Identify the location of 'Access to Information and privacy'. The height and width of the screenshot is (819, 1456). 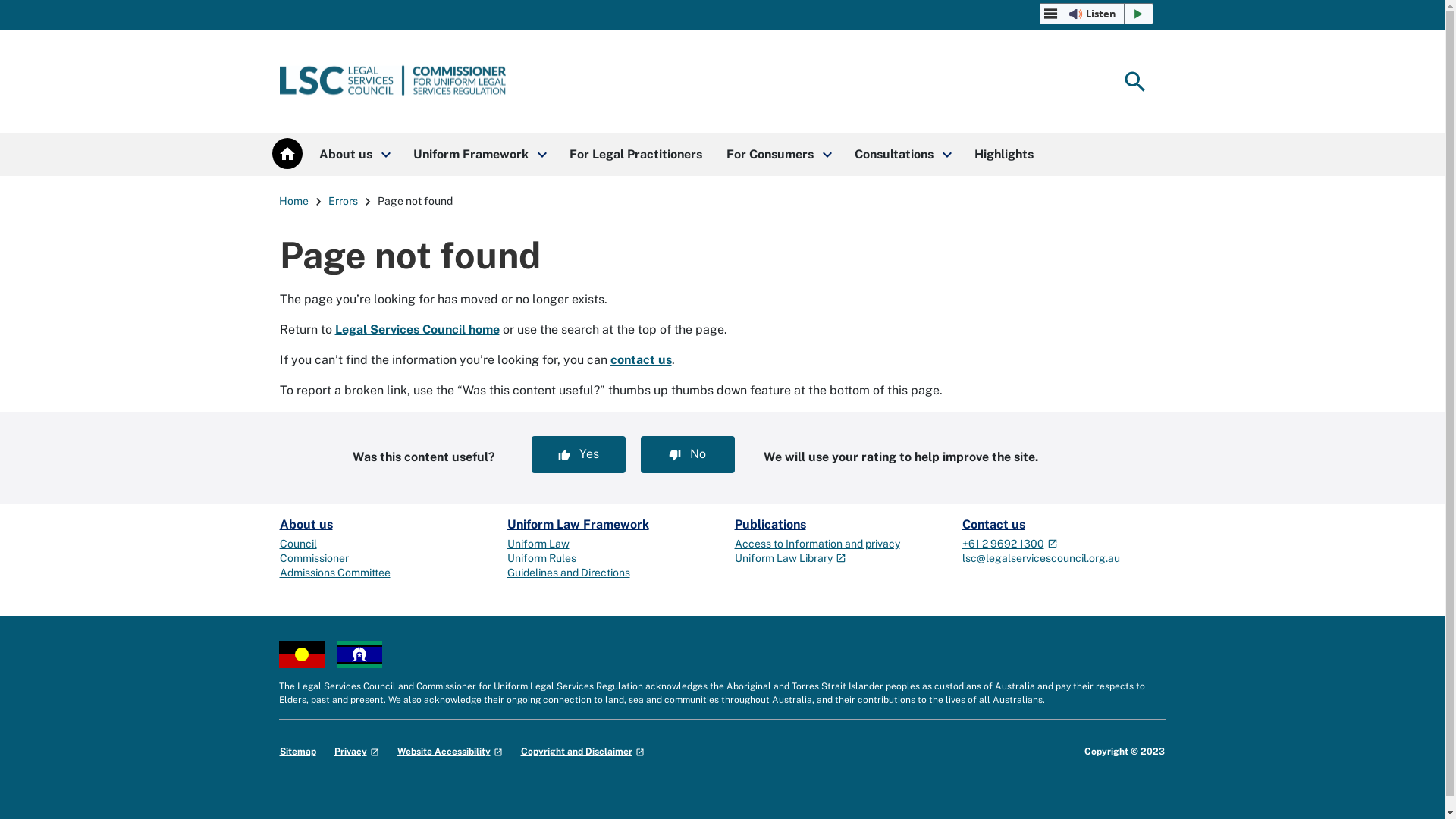
(815, 543).